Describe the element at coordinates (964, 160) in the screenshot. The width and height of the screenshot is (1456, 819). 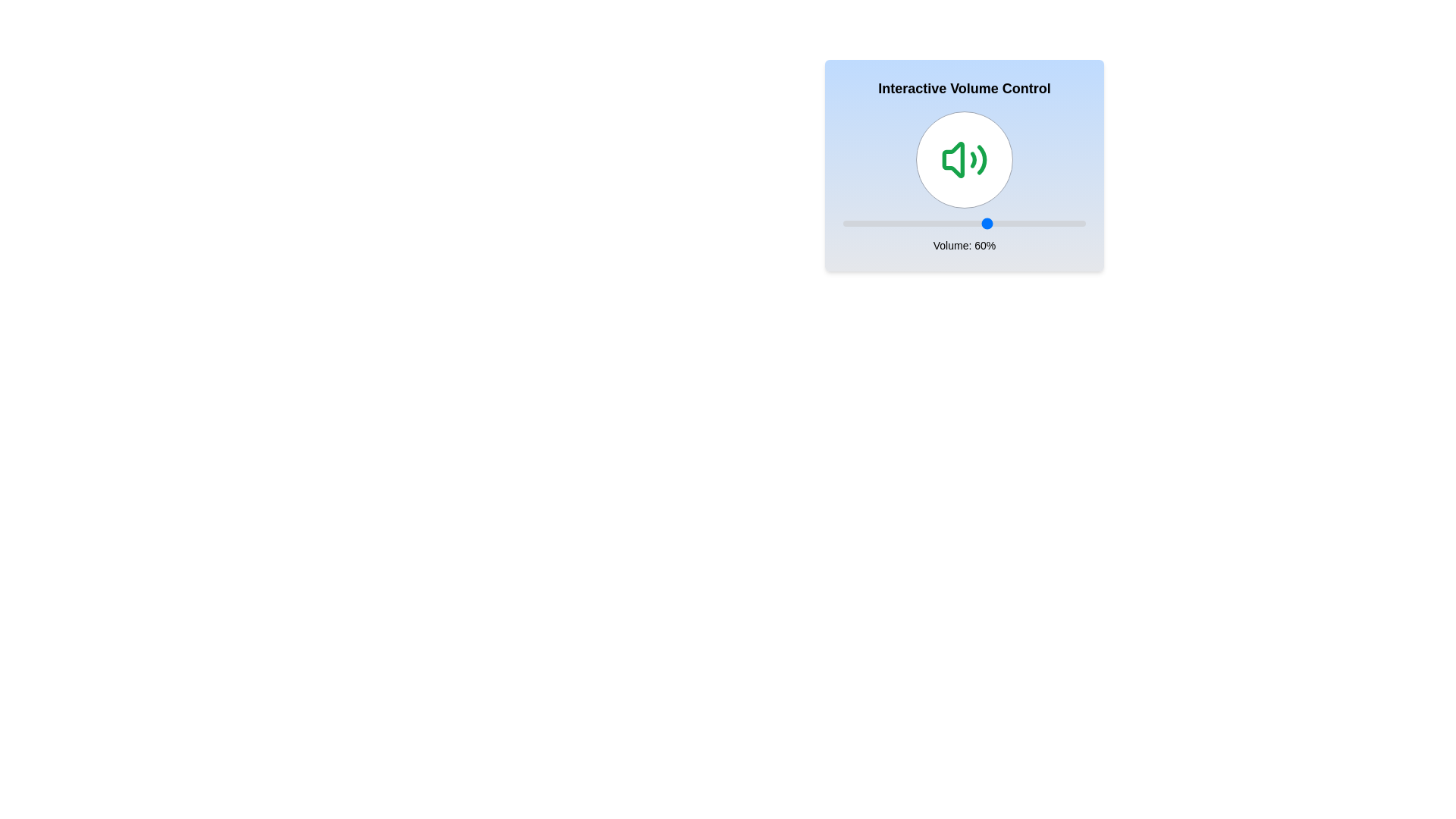
I see `the audio icon to toggle its state` at that location.